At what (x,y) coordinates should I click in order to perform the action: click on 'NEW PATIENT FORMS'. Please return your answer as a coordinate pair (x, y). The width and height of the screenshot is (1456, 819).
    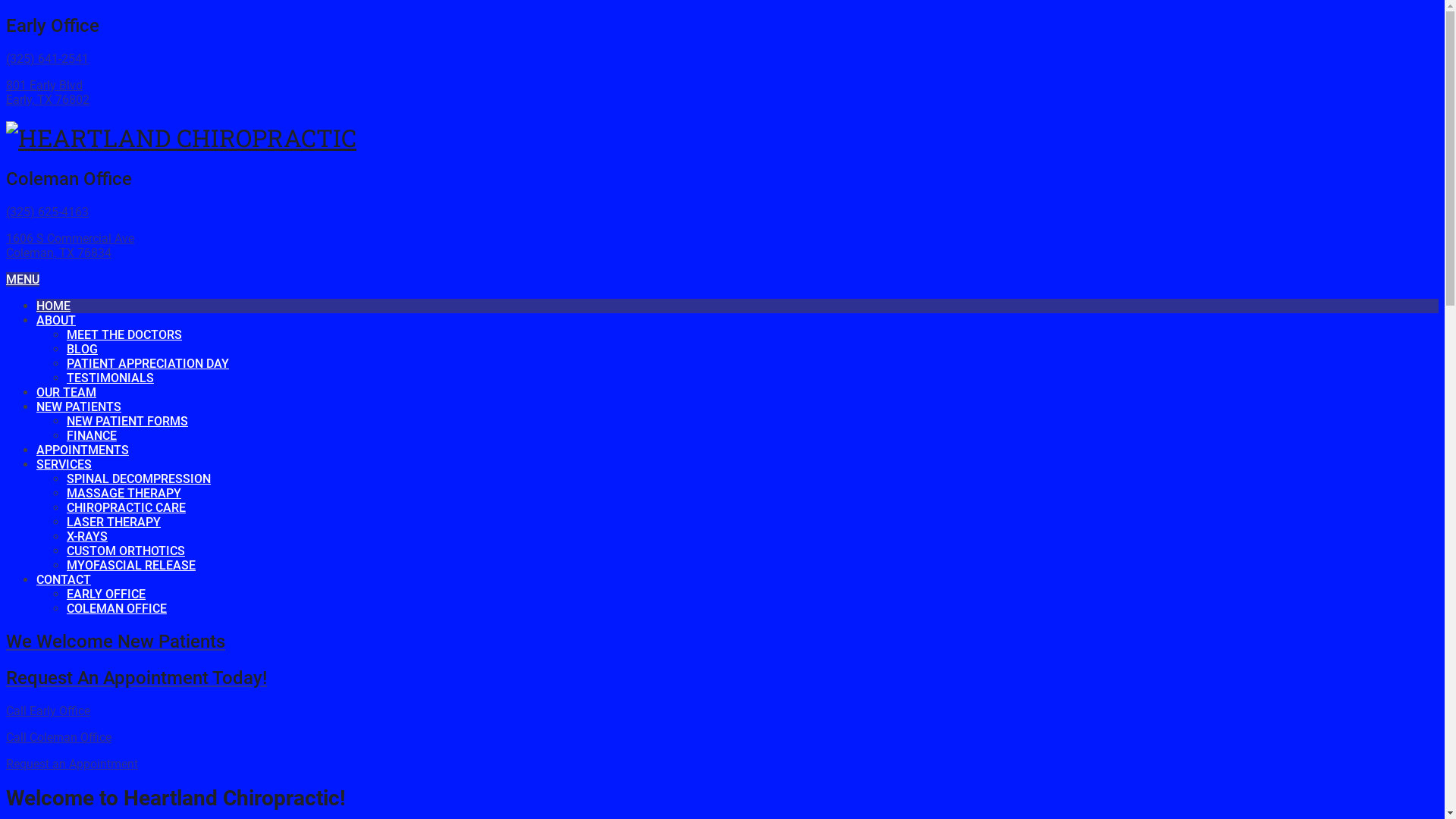
    Looking at the image, I should click on (127, 421).